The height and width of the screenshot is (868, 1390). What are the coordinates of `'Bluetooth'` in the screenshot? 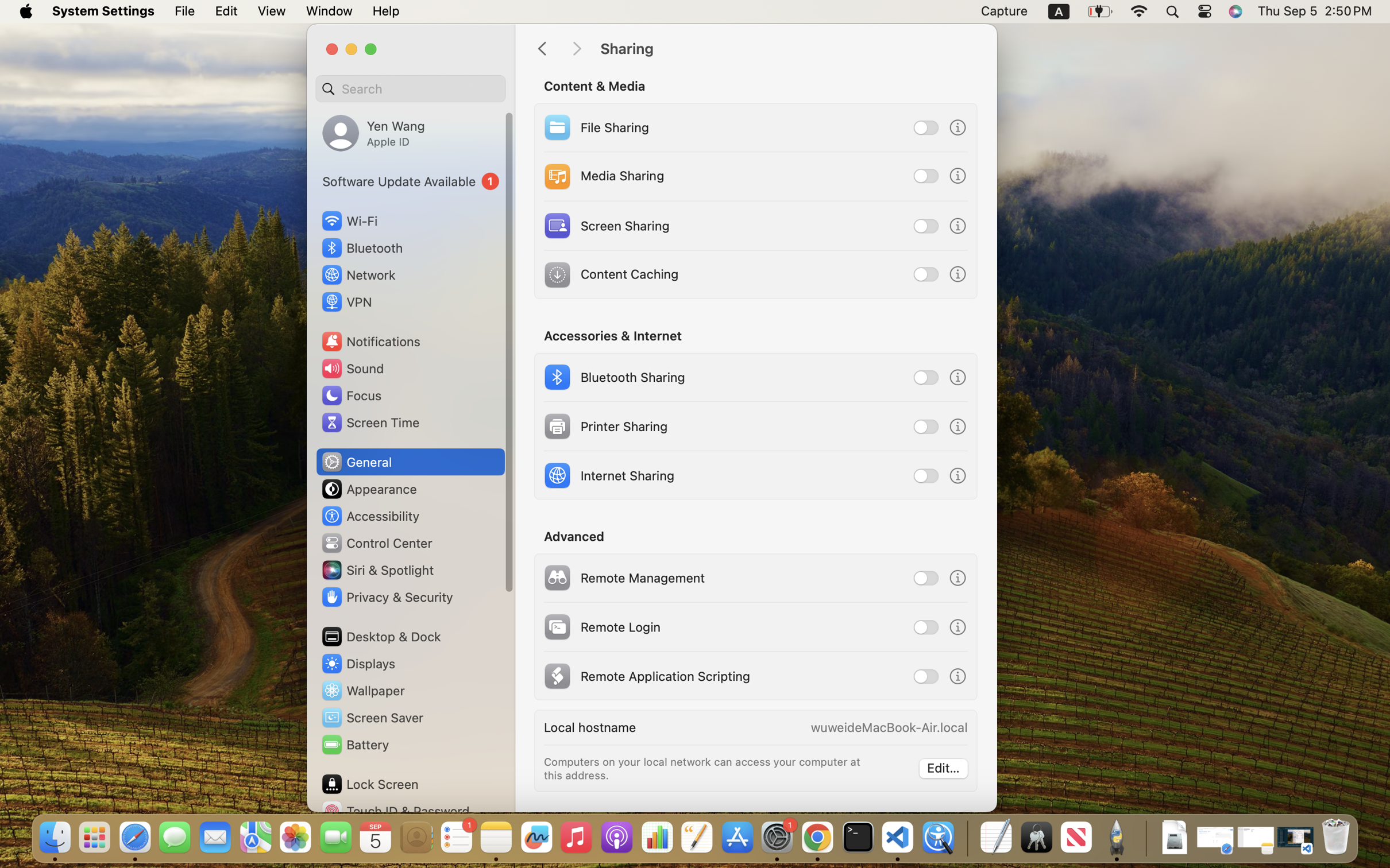 It's located at (361, 247).